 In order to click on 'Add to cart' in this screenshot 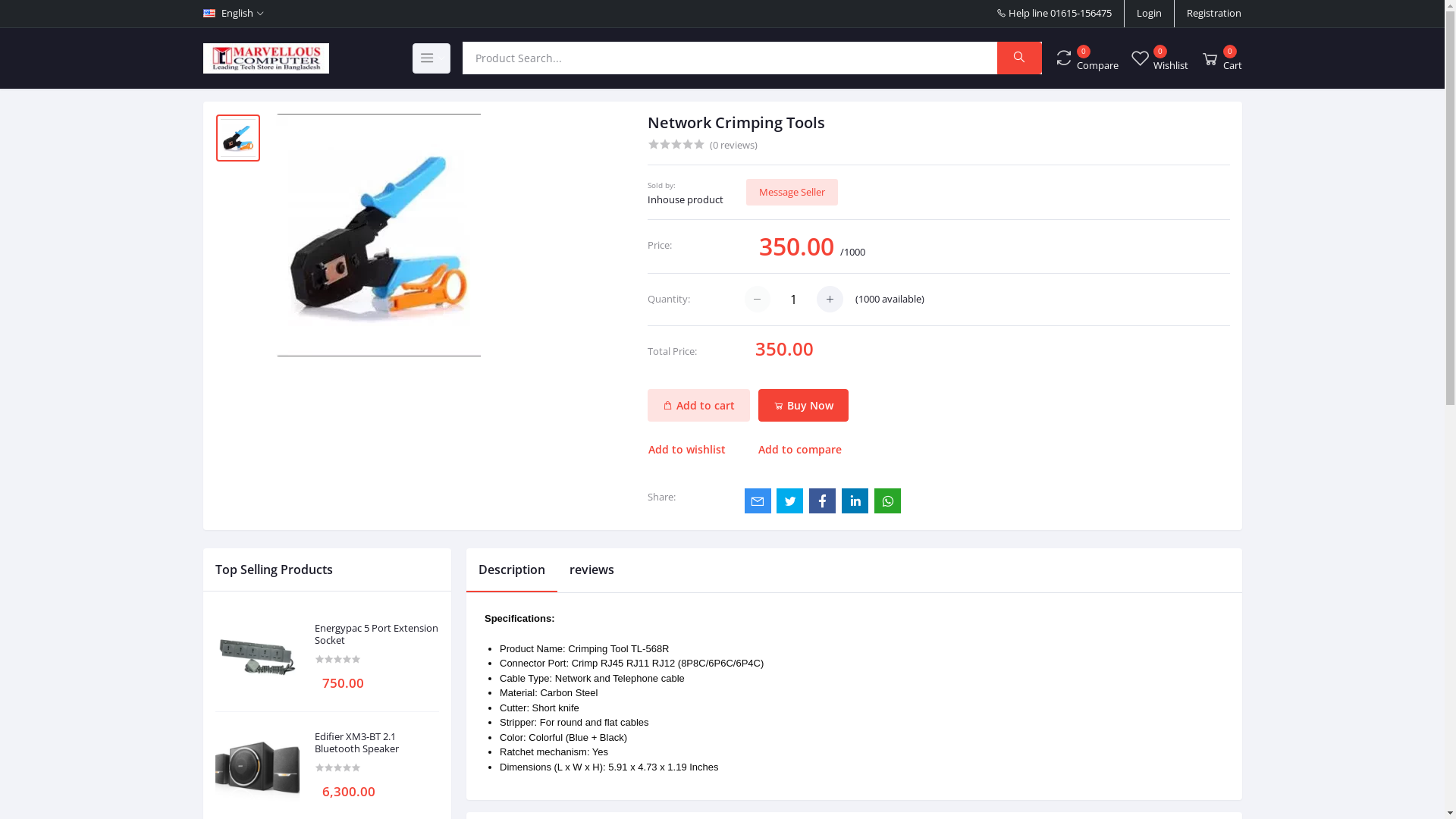, I will do `click(648, 403)`.